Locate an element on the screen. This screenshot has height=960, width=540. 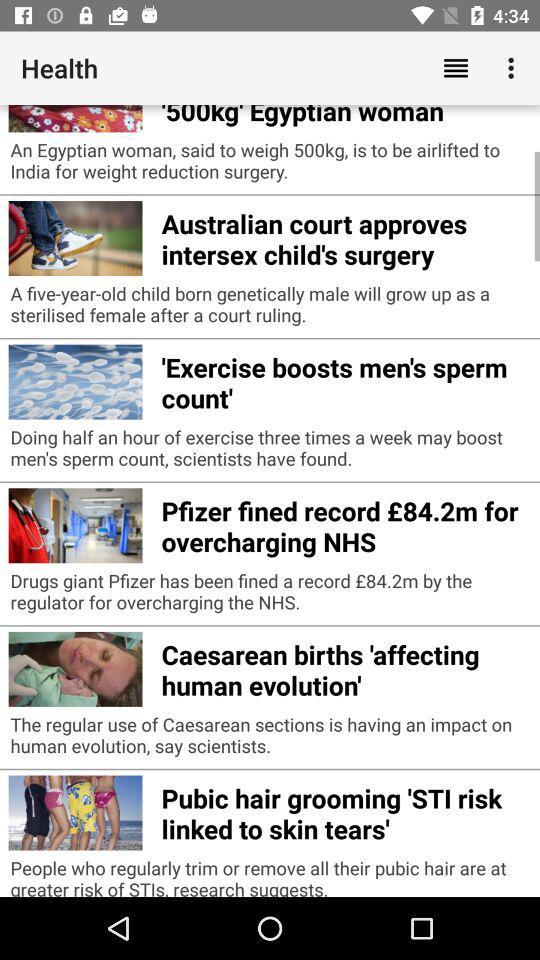
the people who regularly is located at coordinates (270, 875).